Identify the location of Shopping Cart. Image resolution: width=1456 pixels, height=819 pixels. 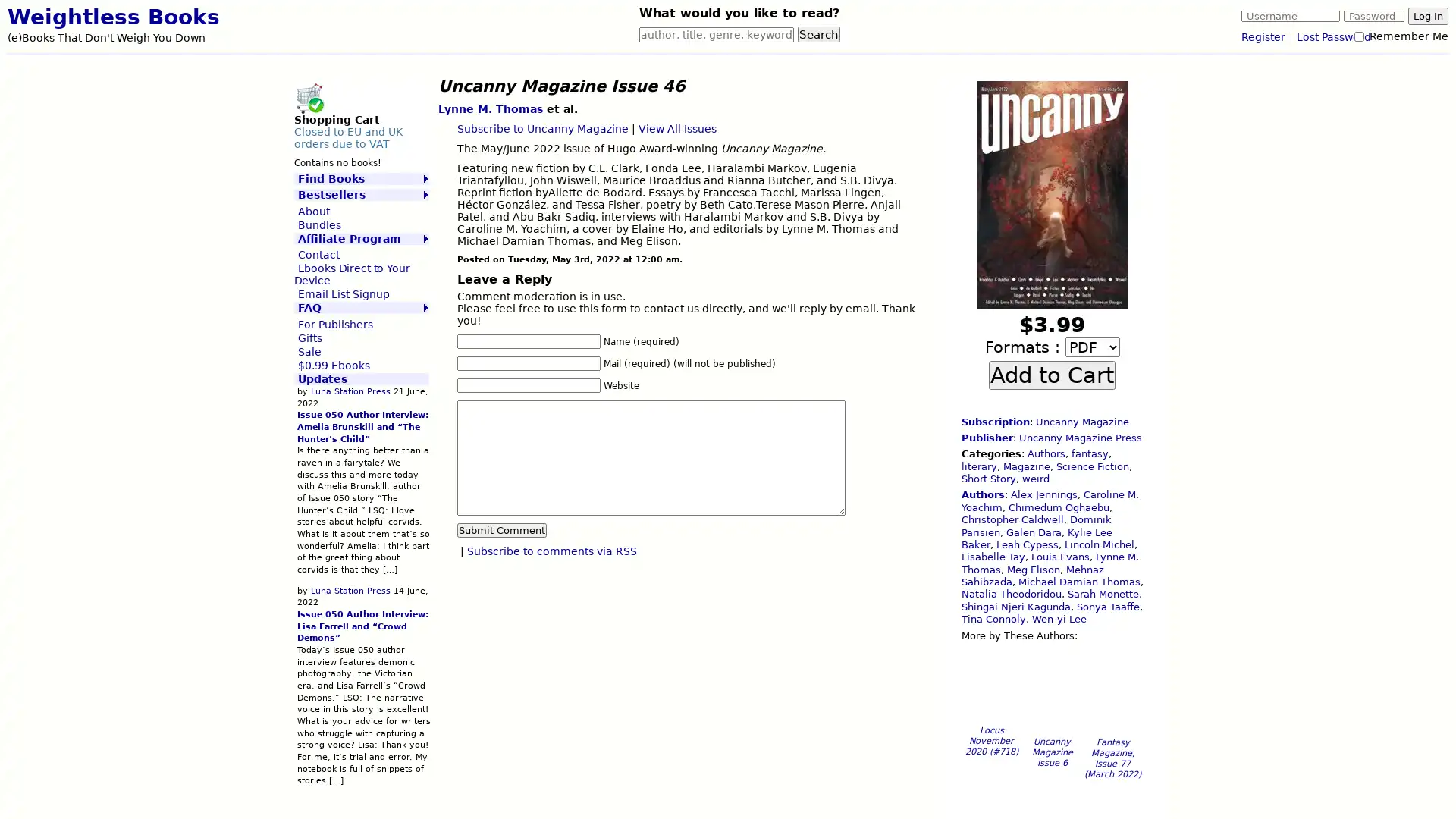
(308, 97).